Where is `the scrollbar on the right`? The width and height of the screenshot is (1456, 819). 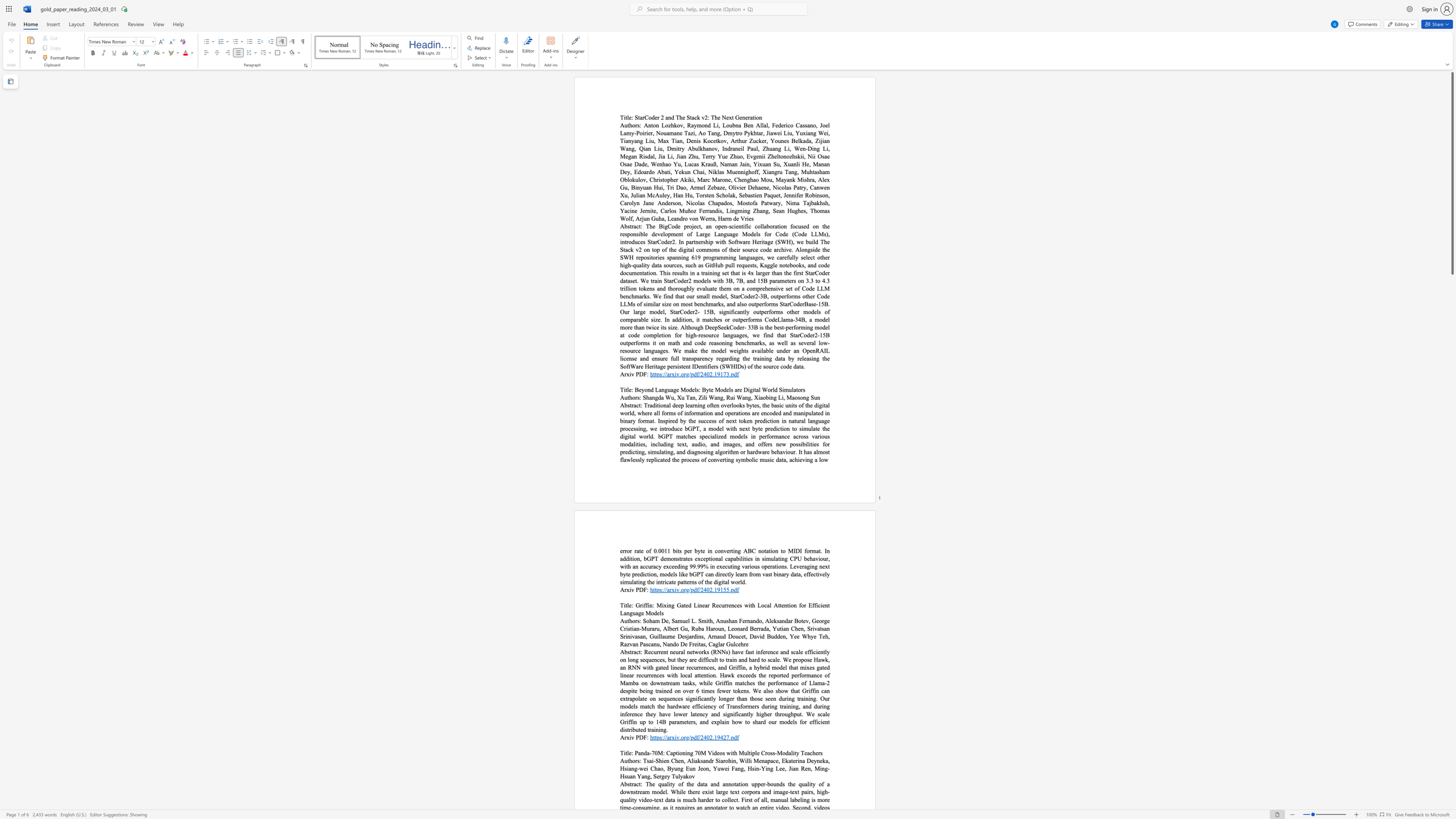
the scrollbar on the right is located at coordinates (1451, 519).